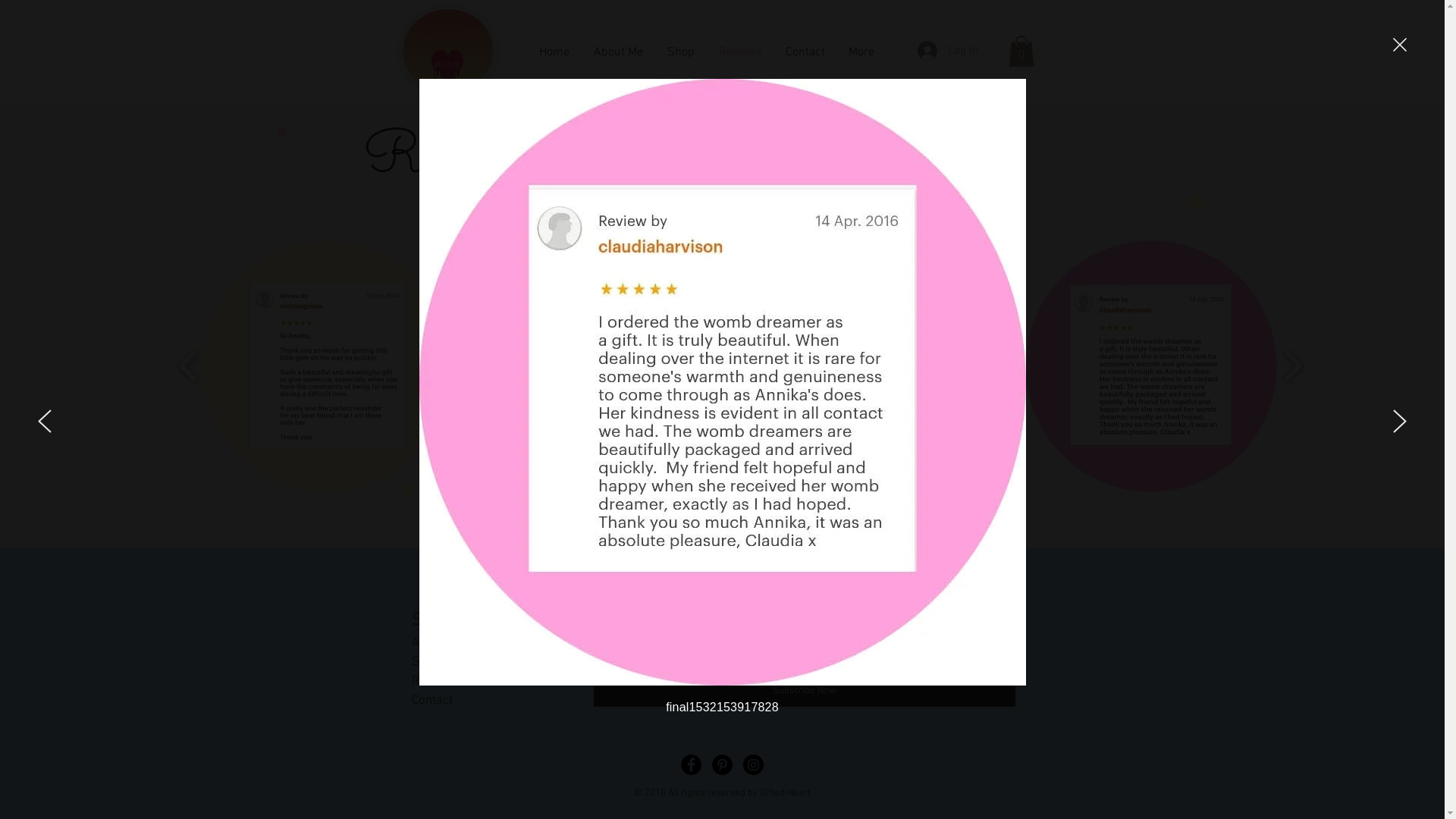 This screenshot has height=819, width=1456. What do you see at coordinates (804, 50) in the screenshot?
I see `'Contact'` at bounding box center [804, 50].